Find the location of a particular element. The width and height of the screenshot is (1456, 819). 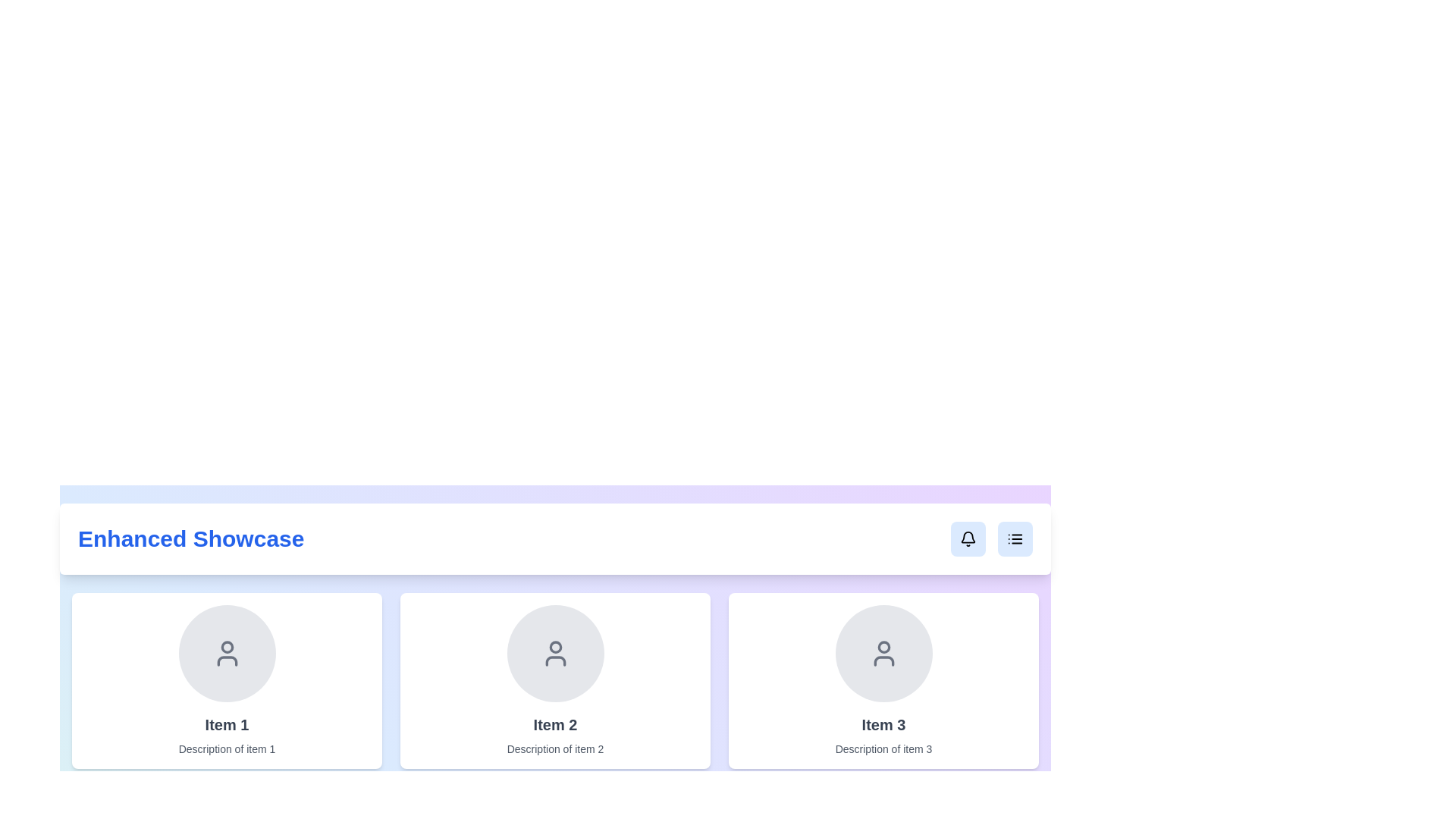

the informational text label located directly below the bolded title 'Item 3' in the third column of a three-column layout is located at coordinates (883, 748).